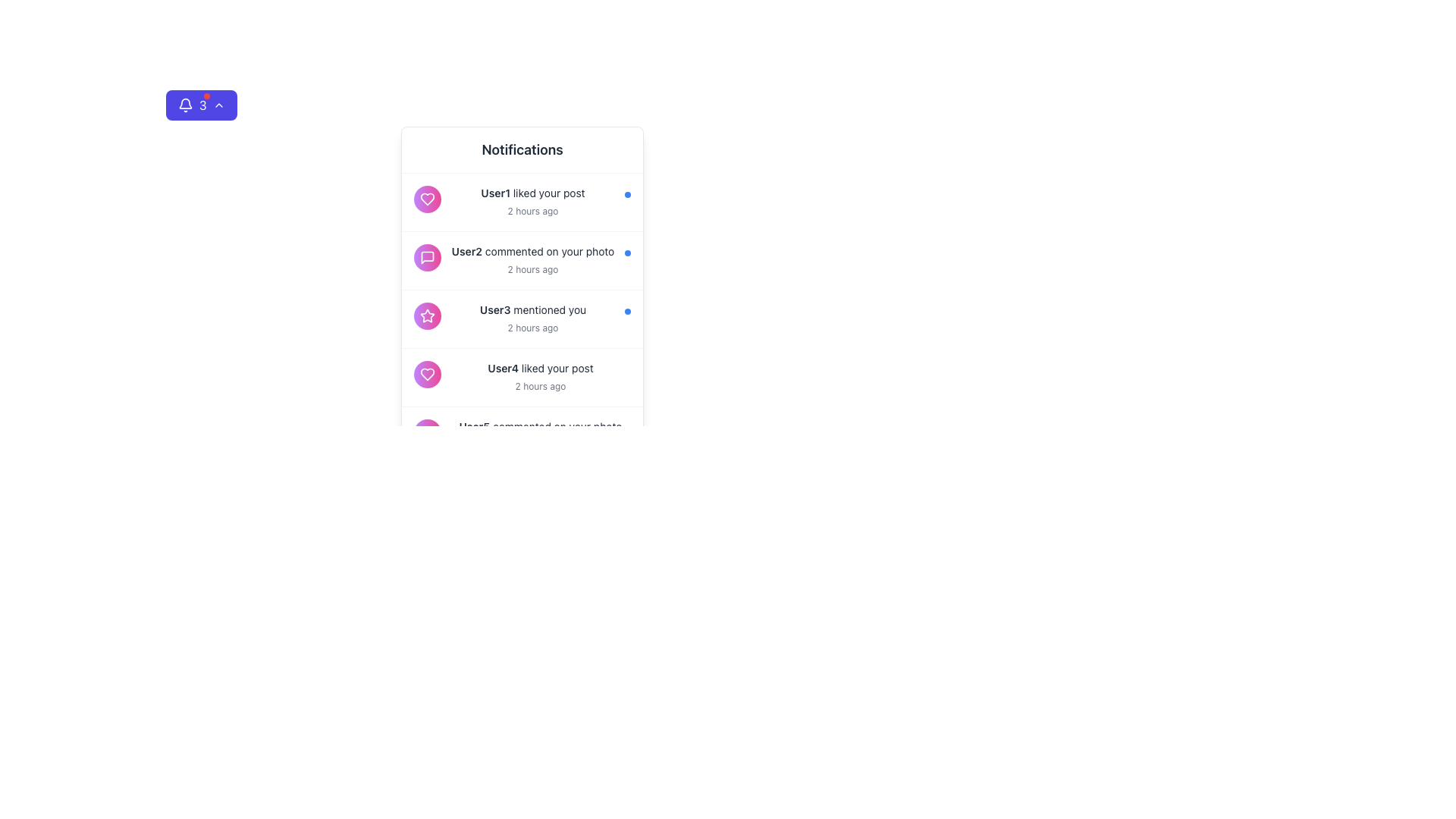  Describe the element at coordinates (503, 368) in the screenshot. I see `the text element that identifies 'User4' in the fourth notification listing under the 'Notifications' section` at that location.